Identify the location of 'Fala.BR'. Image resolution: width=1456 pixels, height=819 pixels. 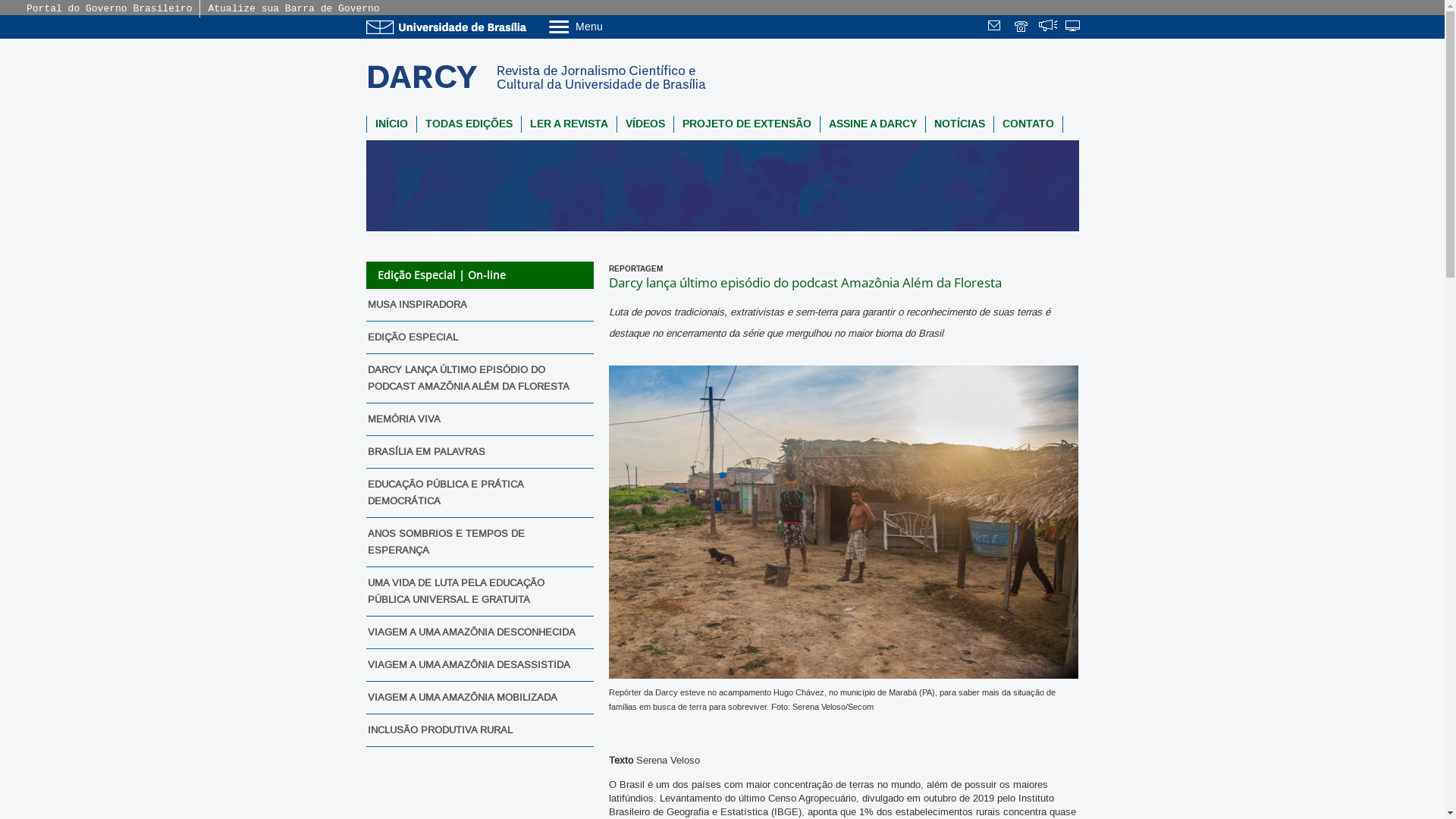
(1037, 27).